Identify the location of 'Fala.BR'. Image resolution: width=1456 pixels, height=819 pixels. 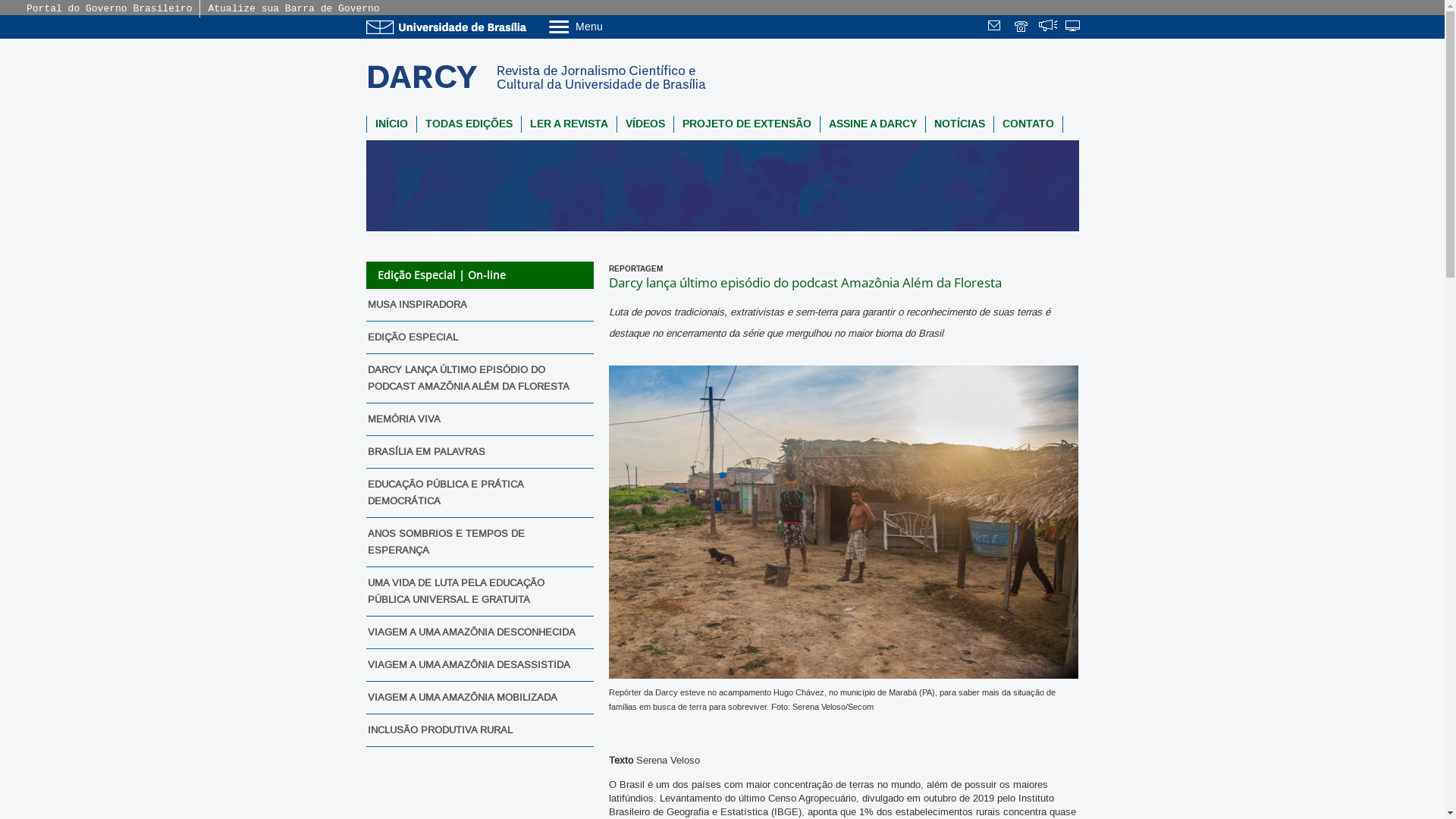
(1037, 27).